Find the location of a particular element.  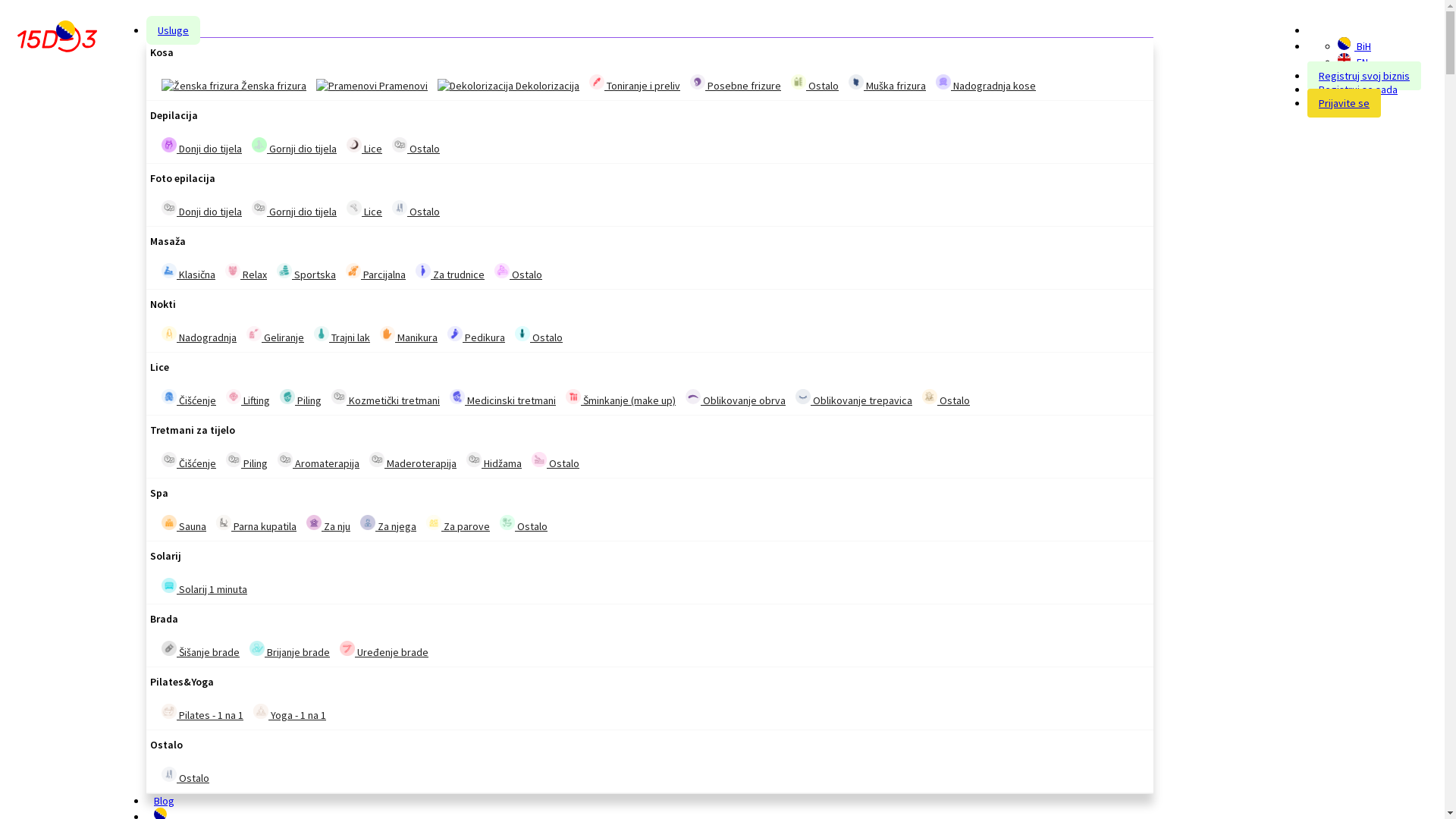

'Dekolorizacija' is located at coordinates (436, 85).